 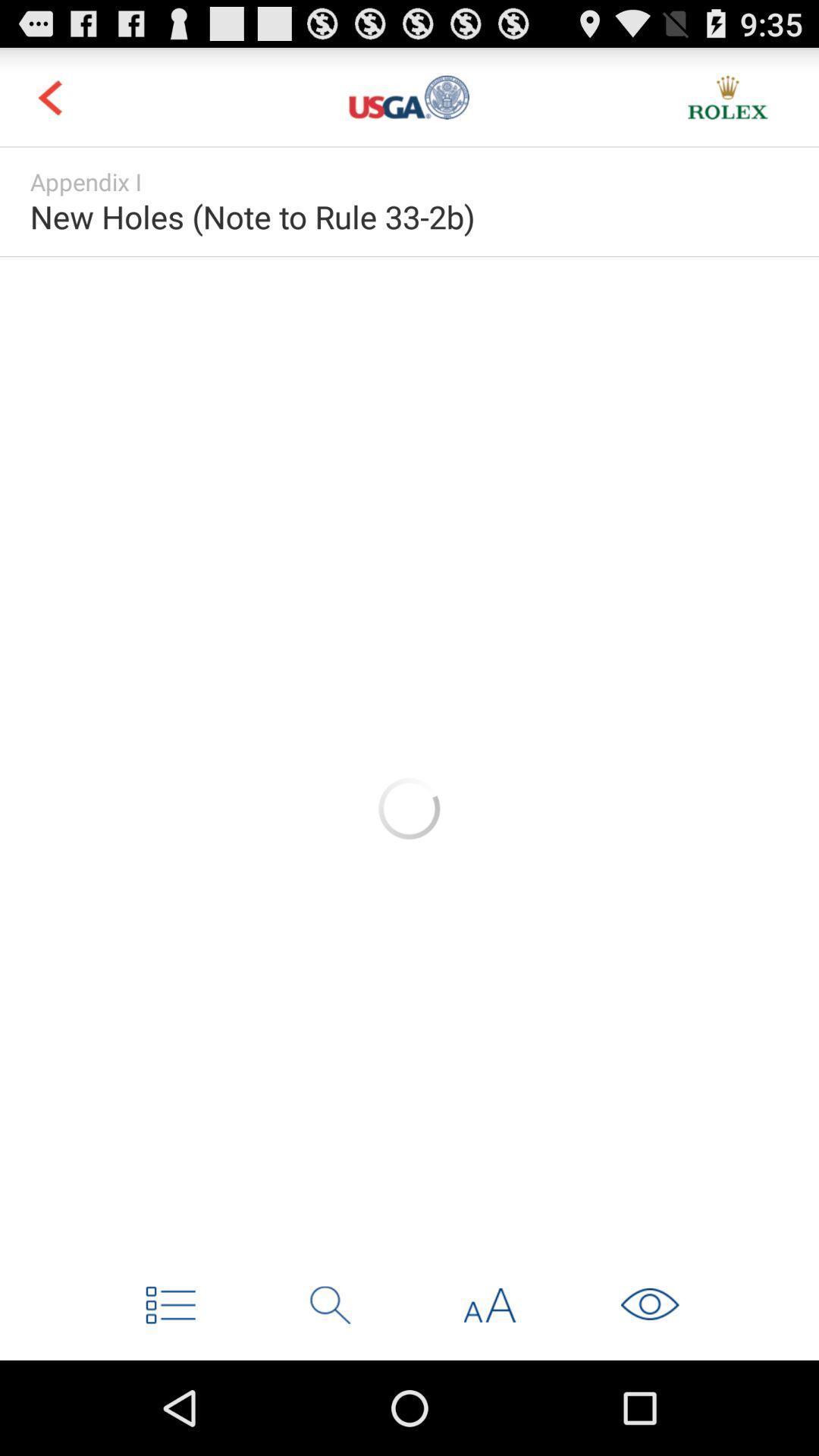 I want to click on advertisement, so click(x=409, y=808).